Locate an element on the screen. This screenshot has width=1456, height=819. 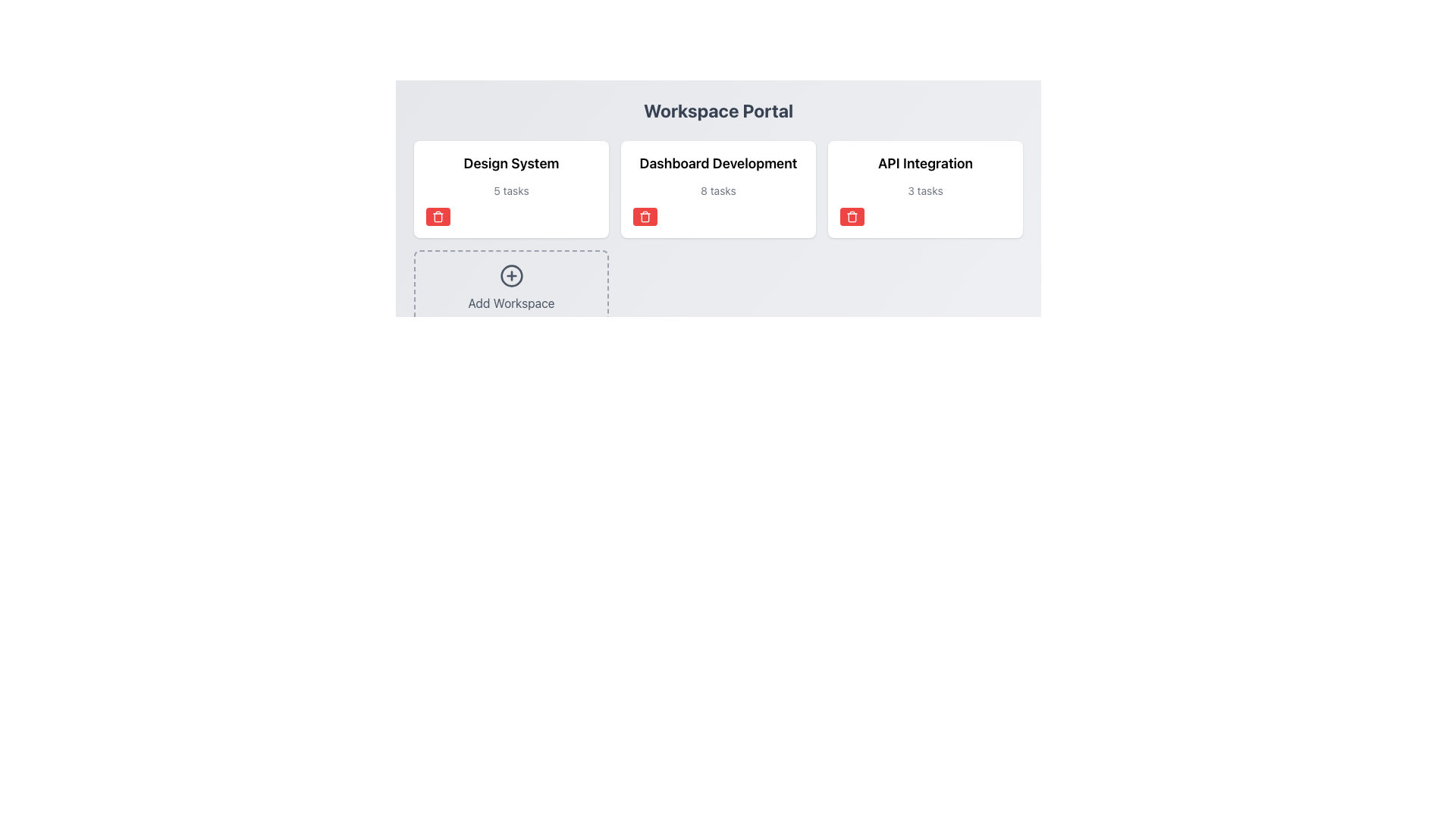
the 'Add Workspace' button, which is a rectangular area with dashed borders and rounded corners, featuring a circular plus icon and centered gray text, located in the lower portion of the grid layout is located at coordinates (511, 288).